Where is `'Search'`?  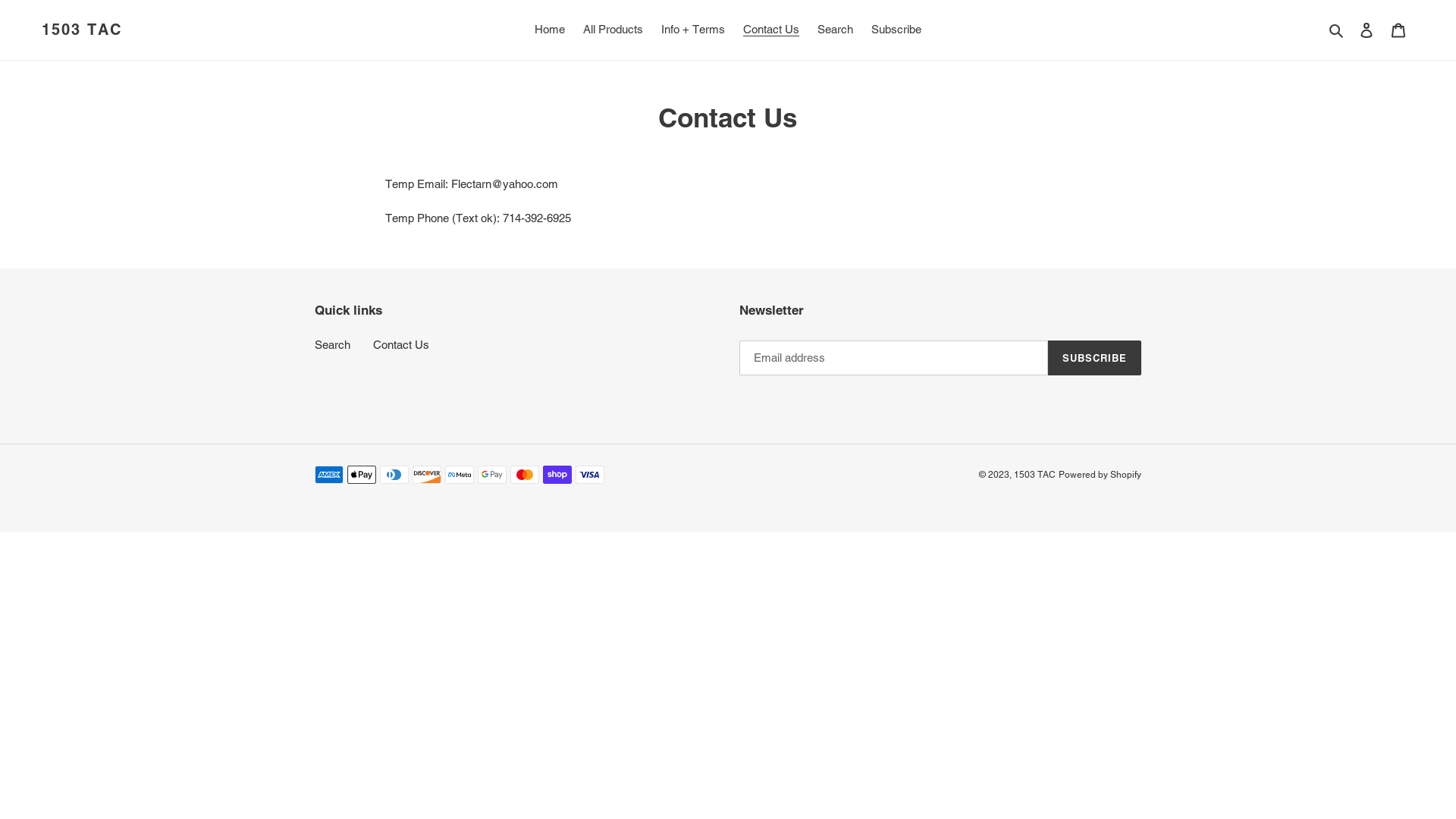 'Search' is located at coordinates (331, 344).